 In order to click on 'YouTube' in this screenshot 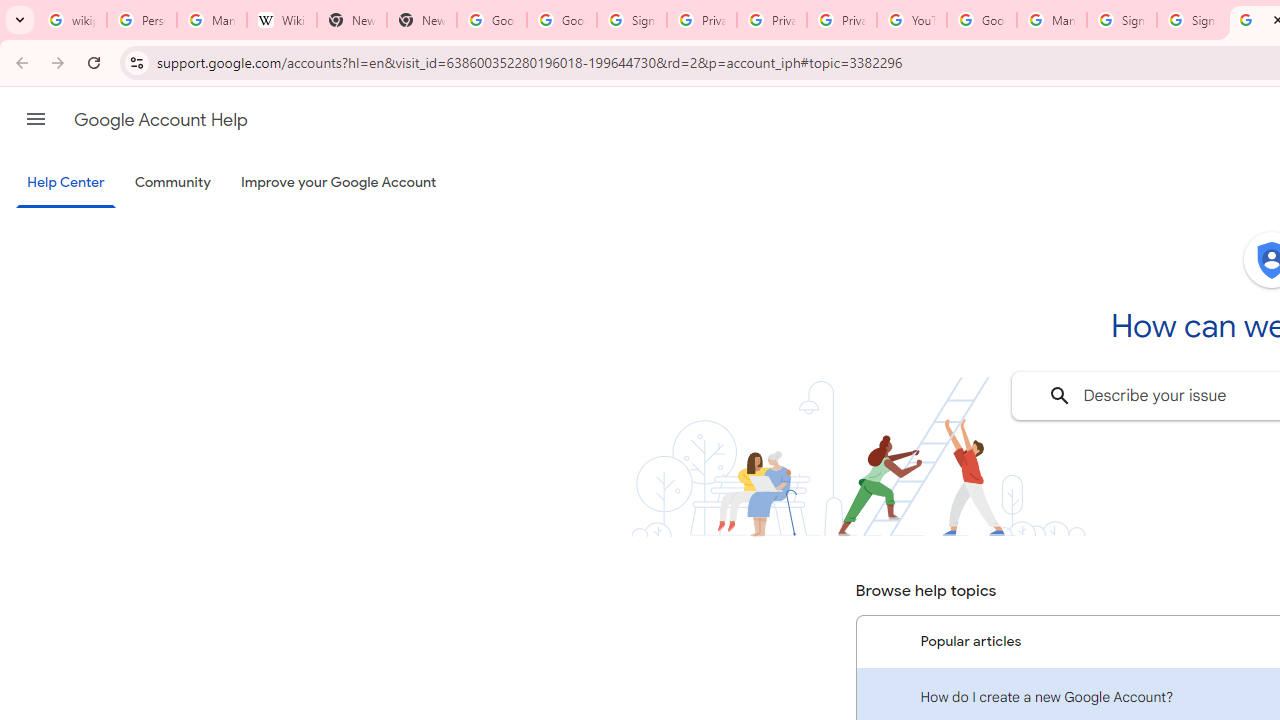, I will do `click(911, 20)`.